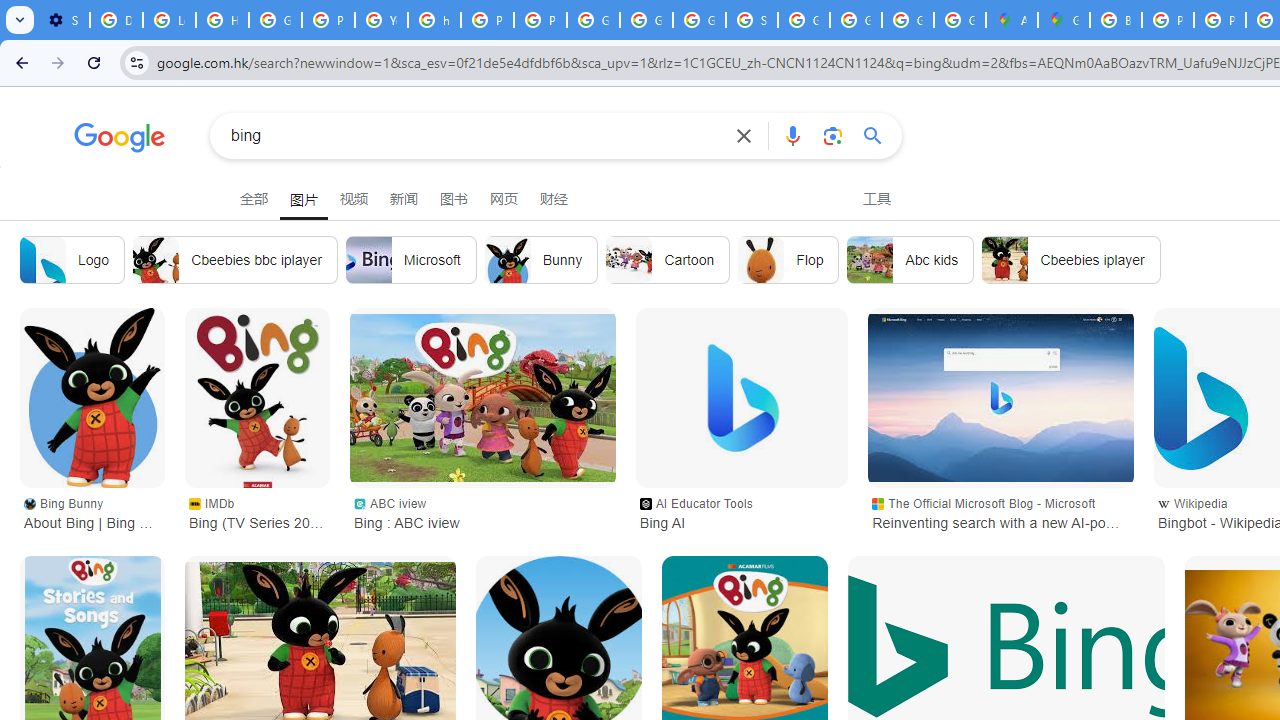 The height and width of the screenshot is (720, 1280). I want to click on 'Bing : ABC iview', so click(482, 397).